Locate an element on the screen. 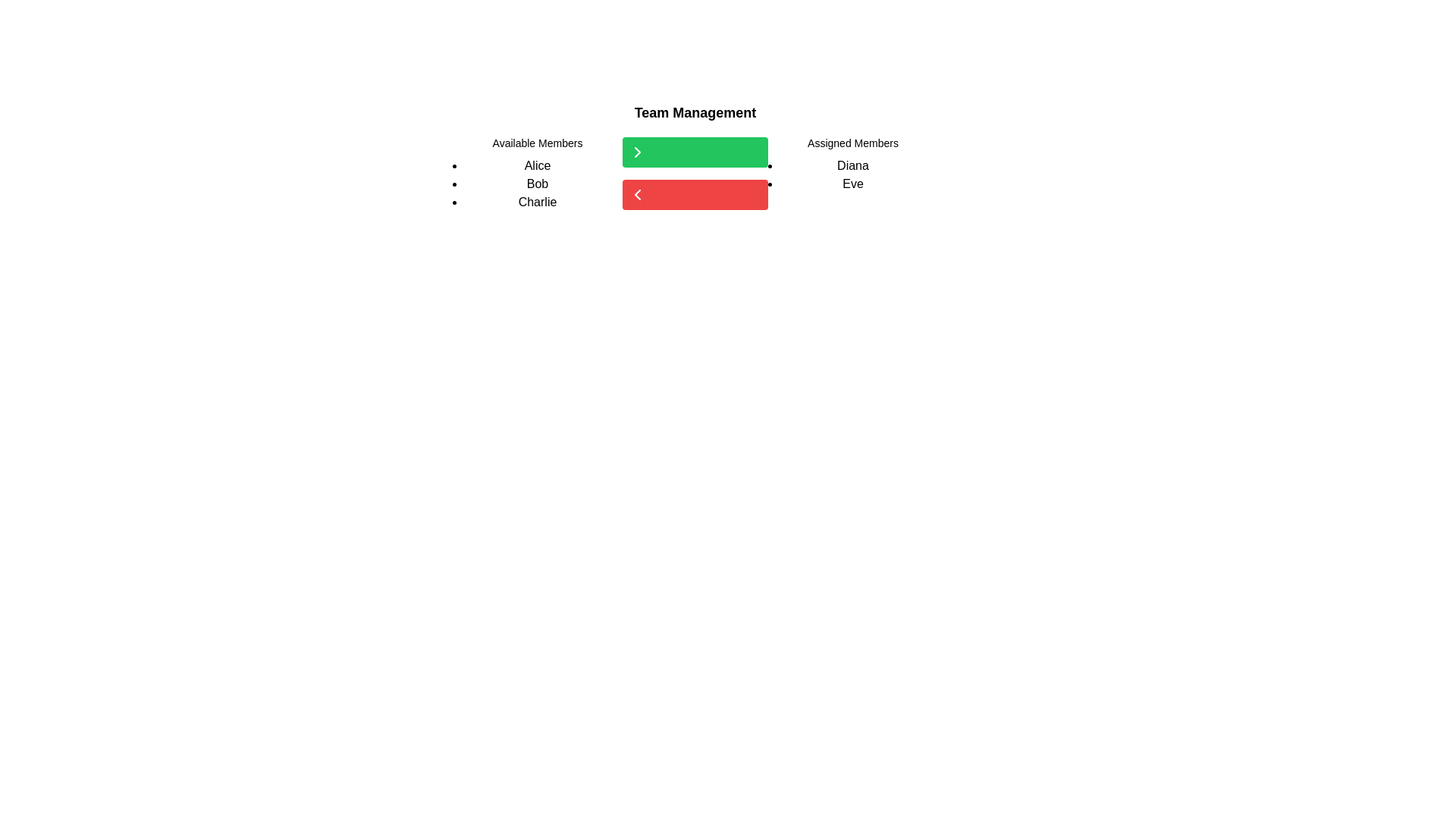 Image resolution: width=1456 pixels, height=819 pixels. the label displaying the name 'Alice', which is the first entry under the header 'Available Members' in the vertical list is located at coordinates (538, 166).